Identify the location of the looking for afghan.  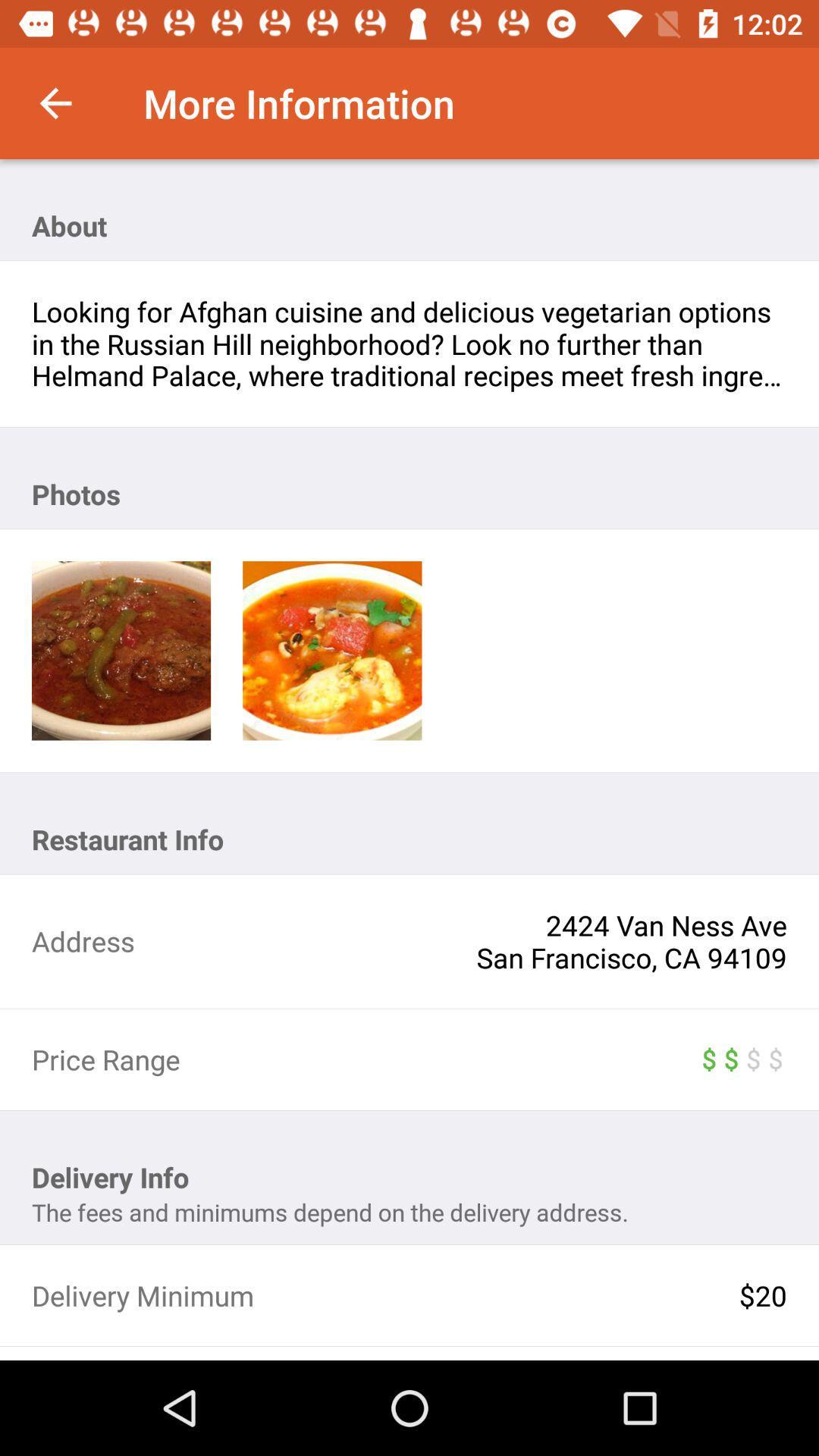
(409, 343).